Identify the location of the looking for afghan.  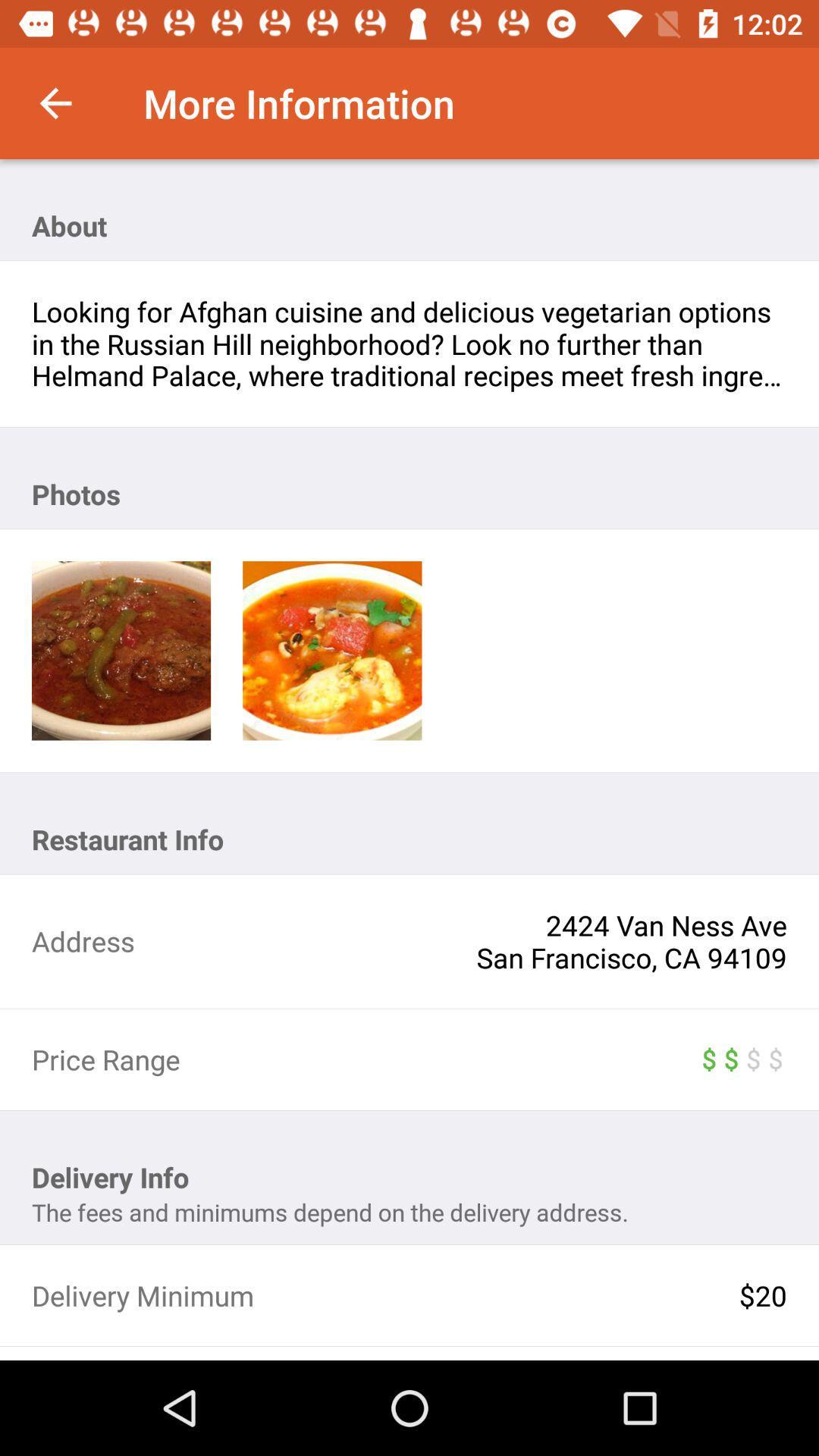
(409, 343).